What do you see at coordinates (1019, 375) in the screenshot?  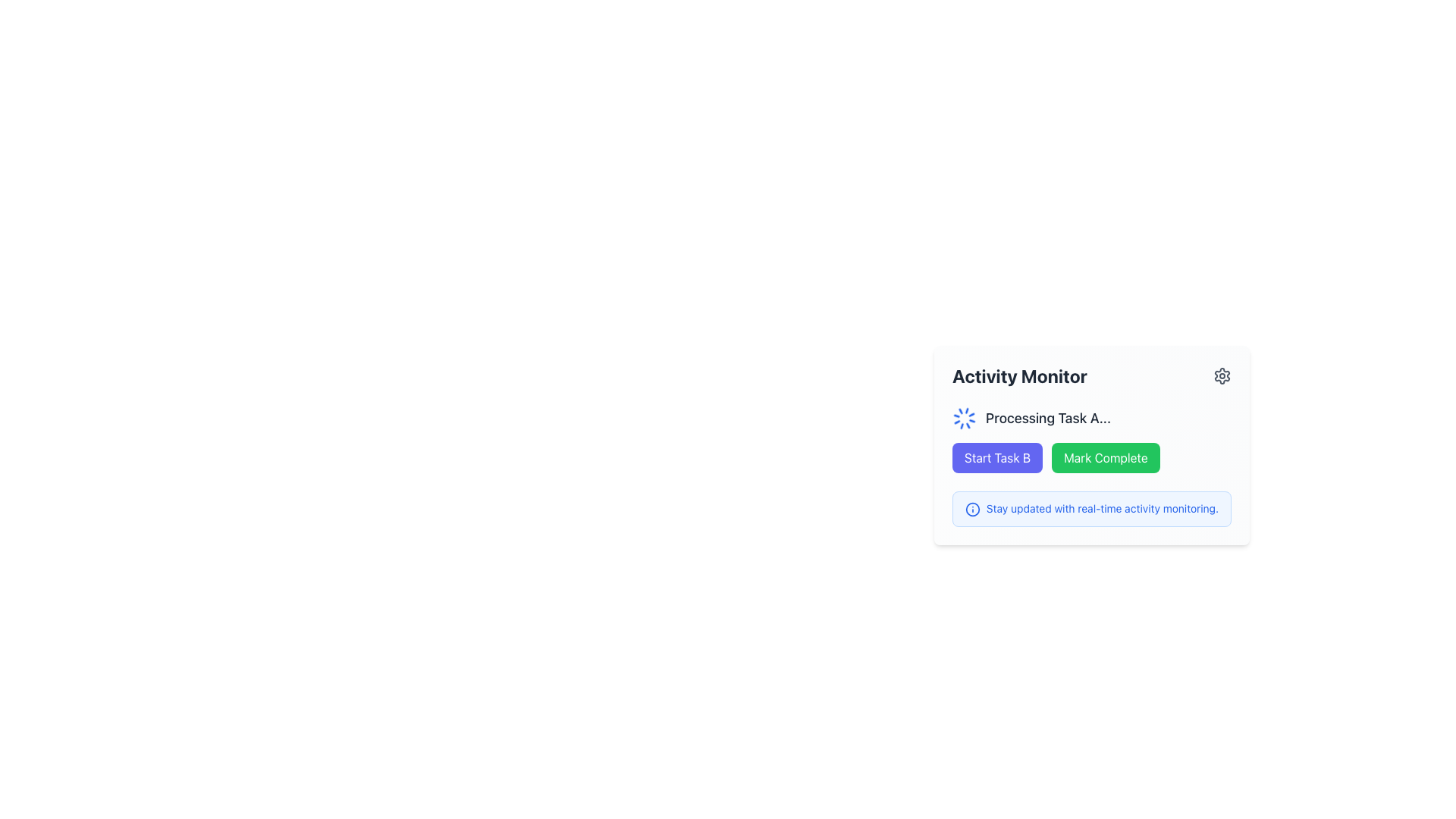 I see `the 'Activity Monitor' static text label, which is a bold and large dark gray text positioned at the top of a card-like widget, adjacent to a gear icon` at bounding box center [1019, 375].